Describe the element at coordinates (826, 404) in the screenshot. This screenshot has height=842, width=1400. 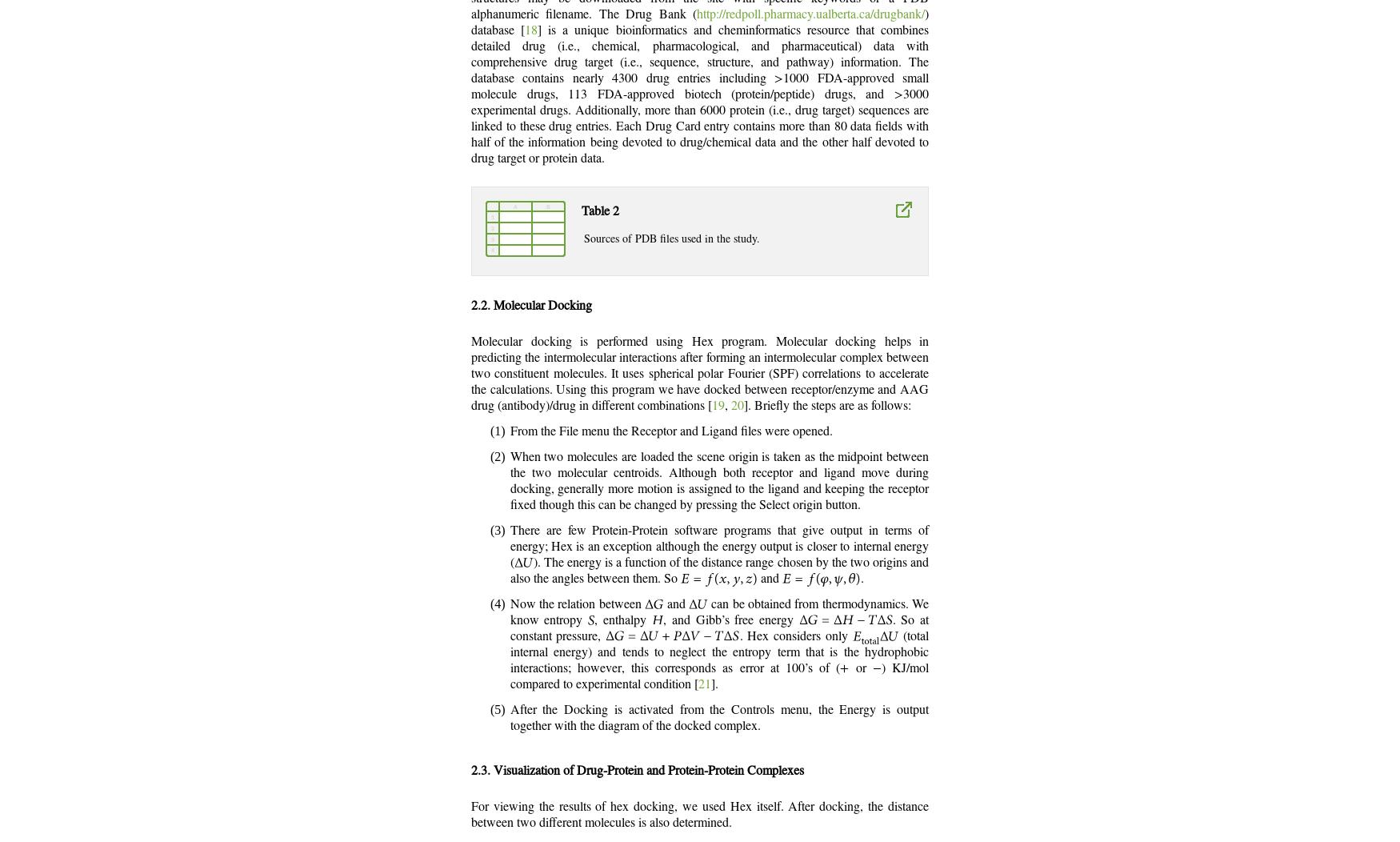
I see `']. Briefly the steps are as follows:'` at that location.